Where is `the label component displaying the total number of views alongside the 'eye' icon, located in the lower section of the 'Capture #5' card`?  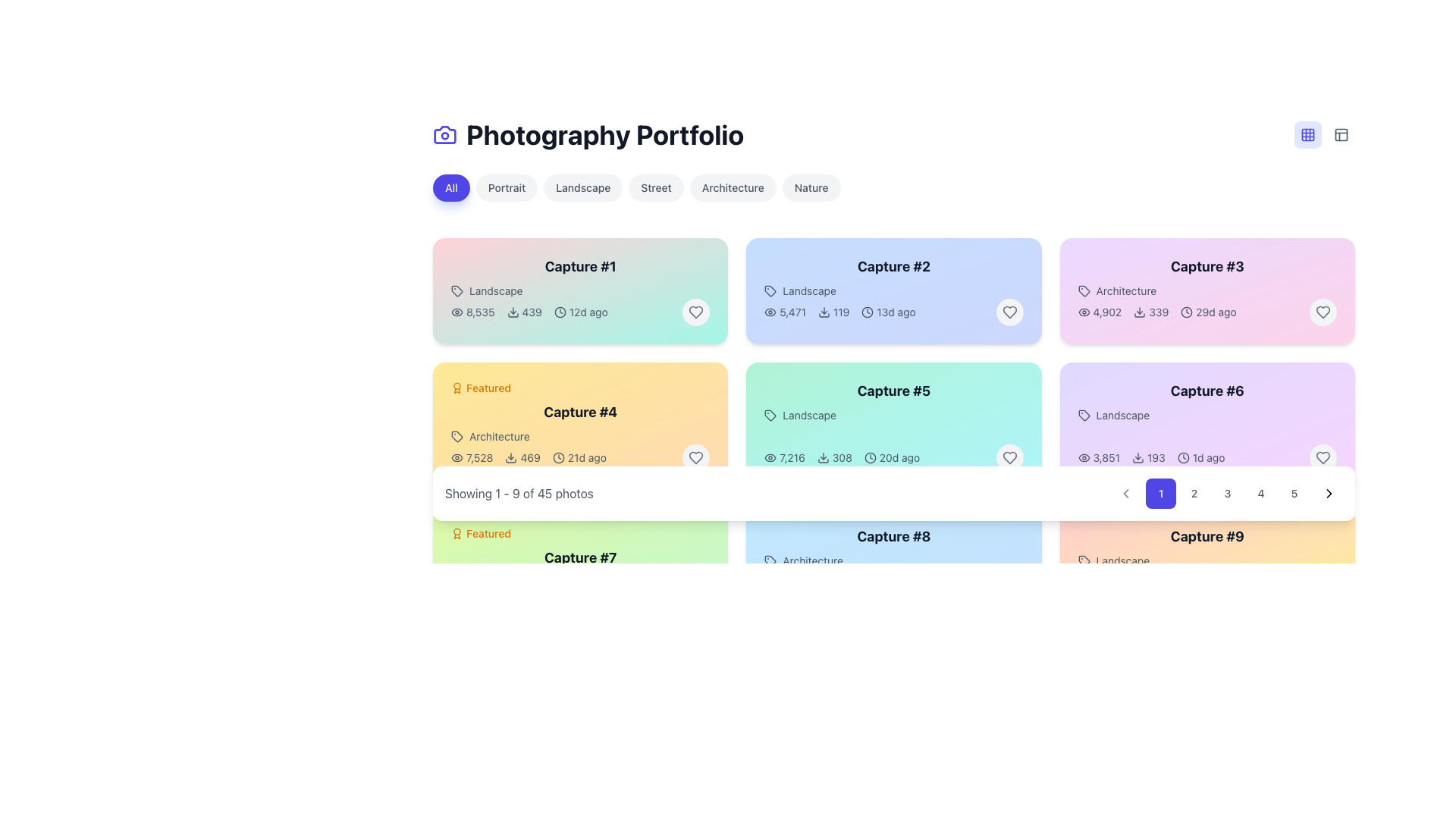 the label component displaying the total number of views alongside the 'eye' icon, located in the lower section of the 'Capture #5' card is located at coordinates (785, 457).